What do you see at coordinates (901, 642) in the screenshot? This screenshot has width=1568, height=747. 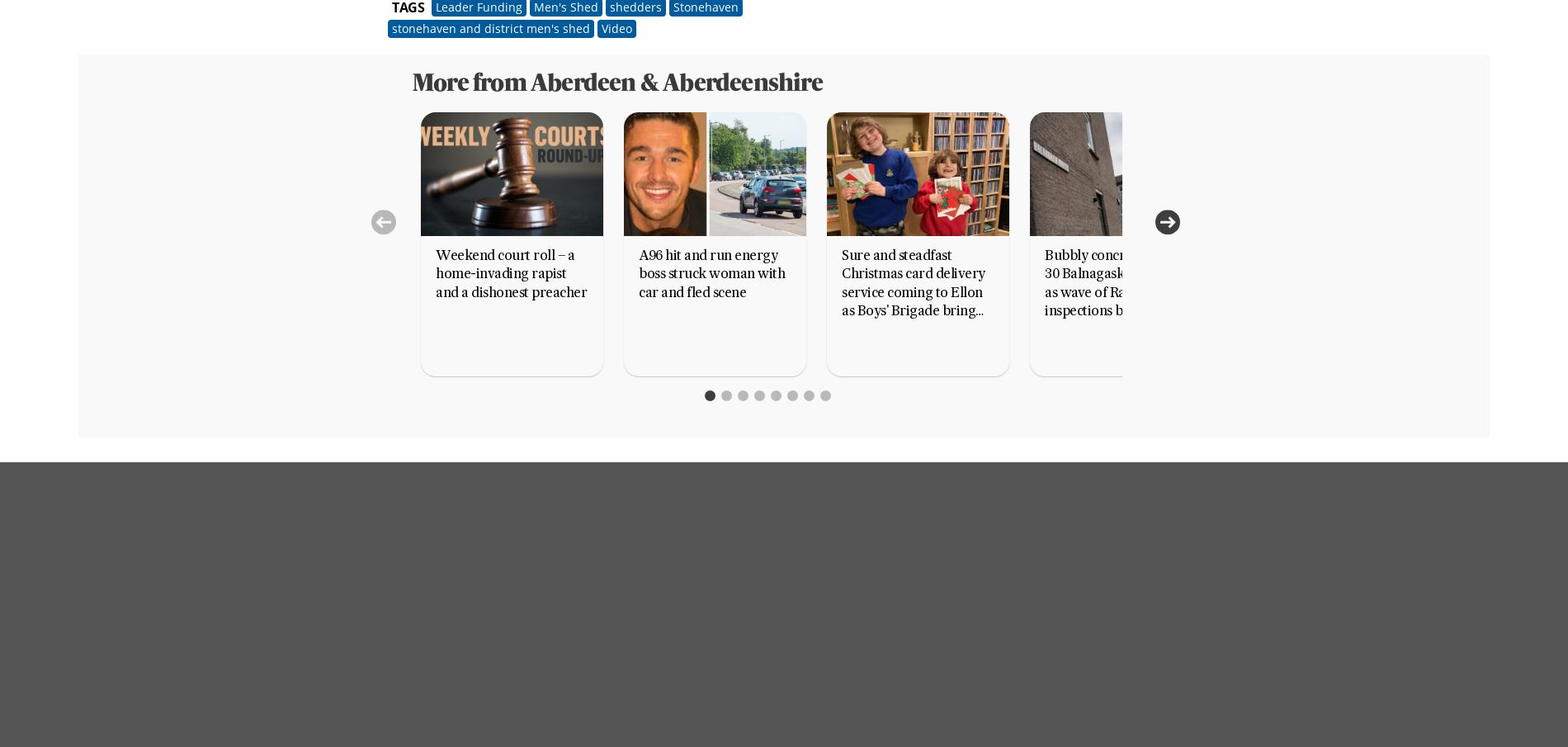 I see `'Evening Express and Press and Journal combined site'` at bounding box center [901, 642].